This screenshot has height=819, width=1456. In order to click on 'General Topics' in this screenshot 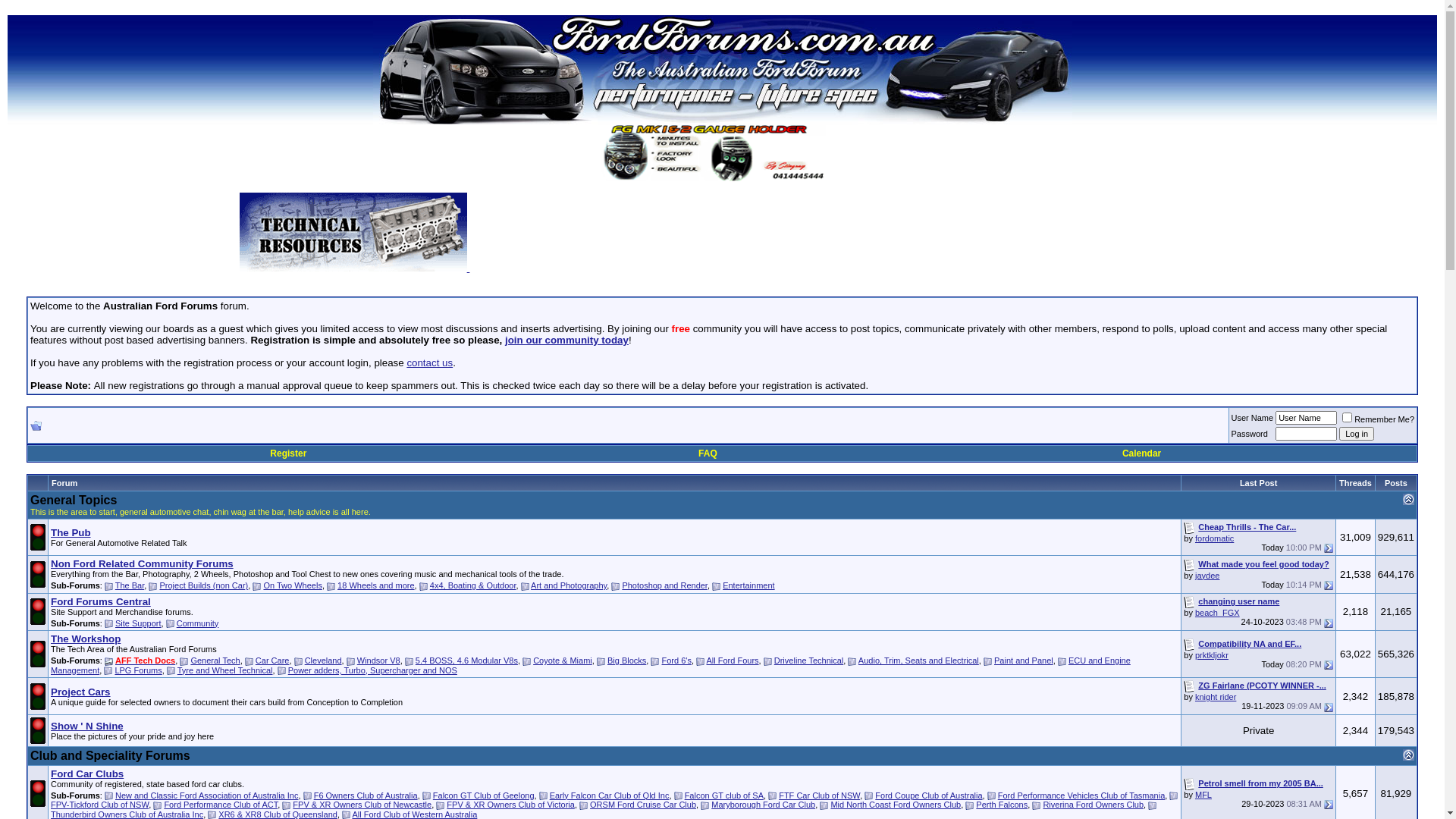, I will do `click(72, 500)`.